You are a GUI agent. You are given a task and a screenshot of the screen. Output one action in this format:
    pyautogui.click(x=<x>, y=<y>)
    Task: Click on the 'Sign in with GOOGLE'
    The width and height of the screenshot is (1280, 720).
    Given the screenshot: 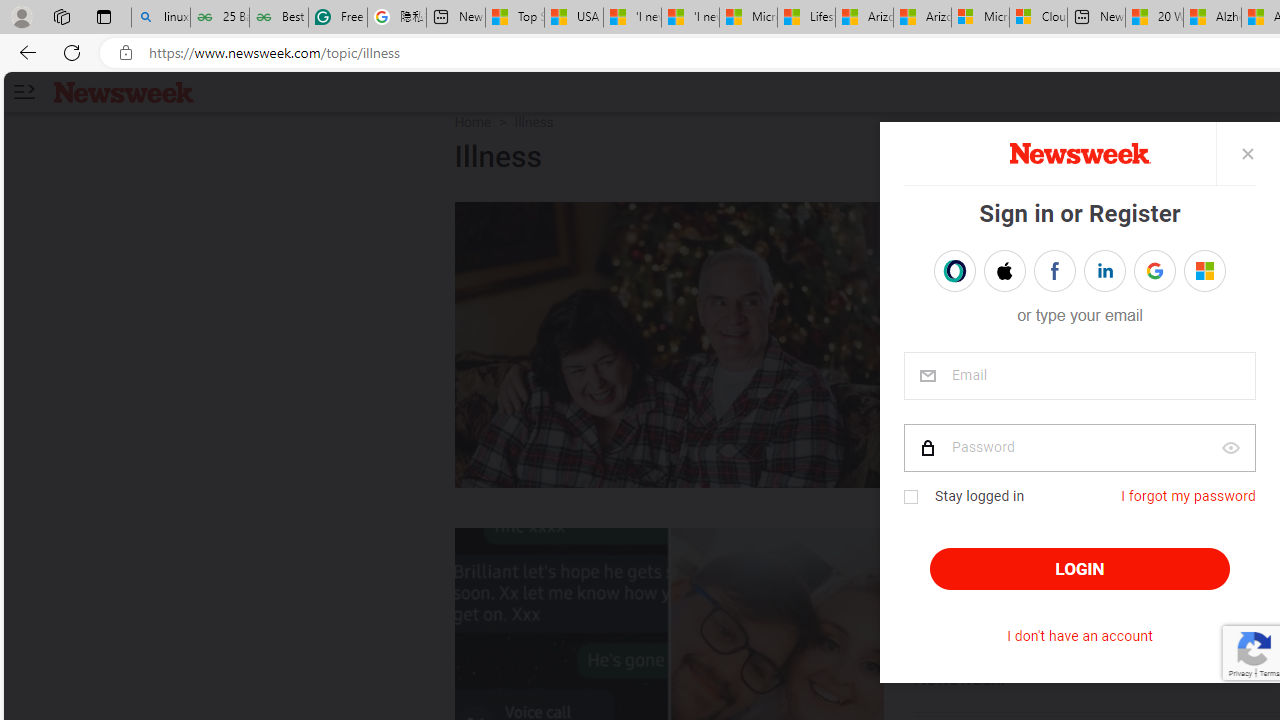 What is the action you would take?
    pyautogui.click(x=1154, y=271)
    